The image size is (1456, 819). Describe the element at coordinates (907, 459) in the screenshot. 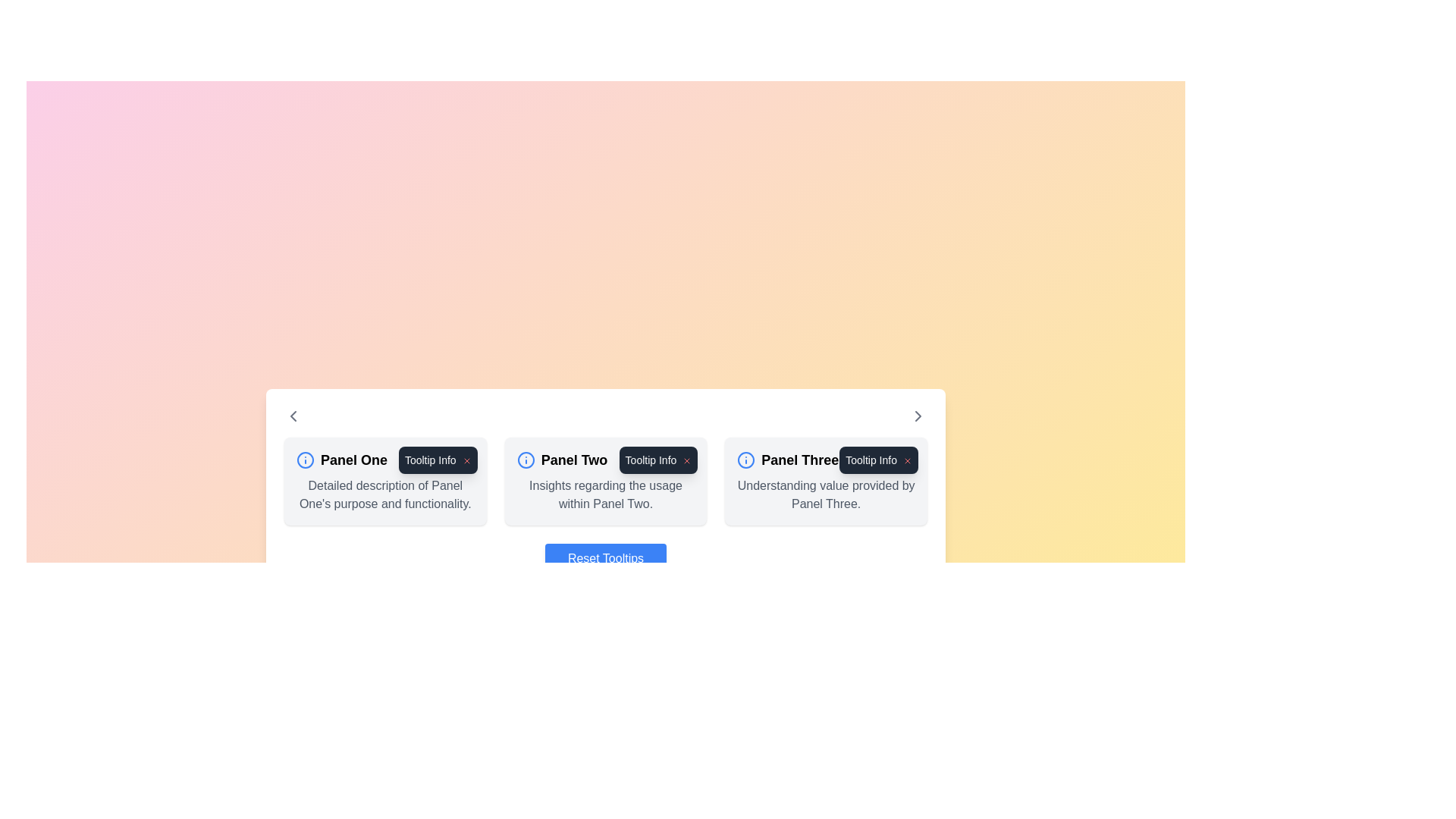

I see `the small red interactive close button ('X' shape) located in the upper-right corner of the 'Tooltip Info' tooltip associated with 'Panel Three' card` at that location.